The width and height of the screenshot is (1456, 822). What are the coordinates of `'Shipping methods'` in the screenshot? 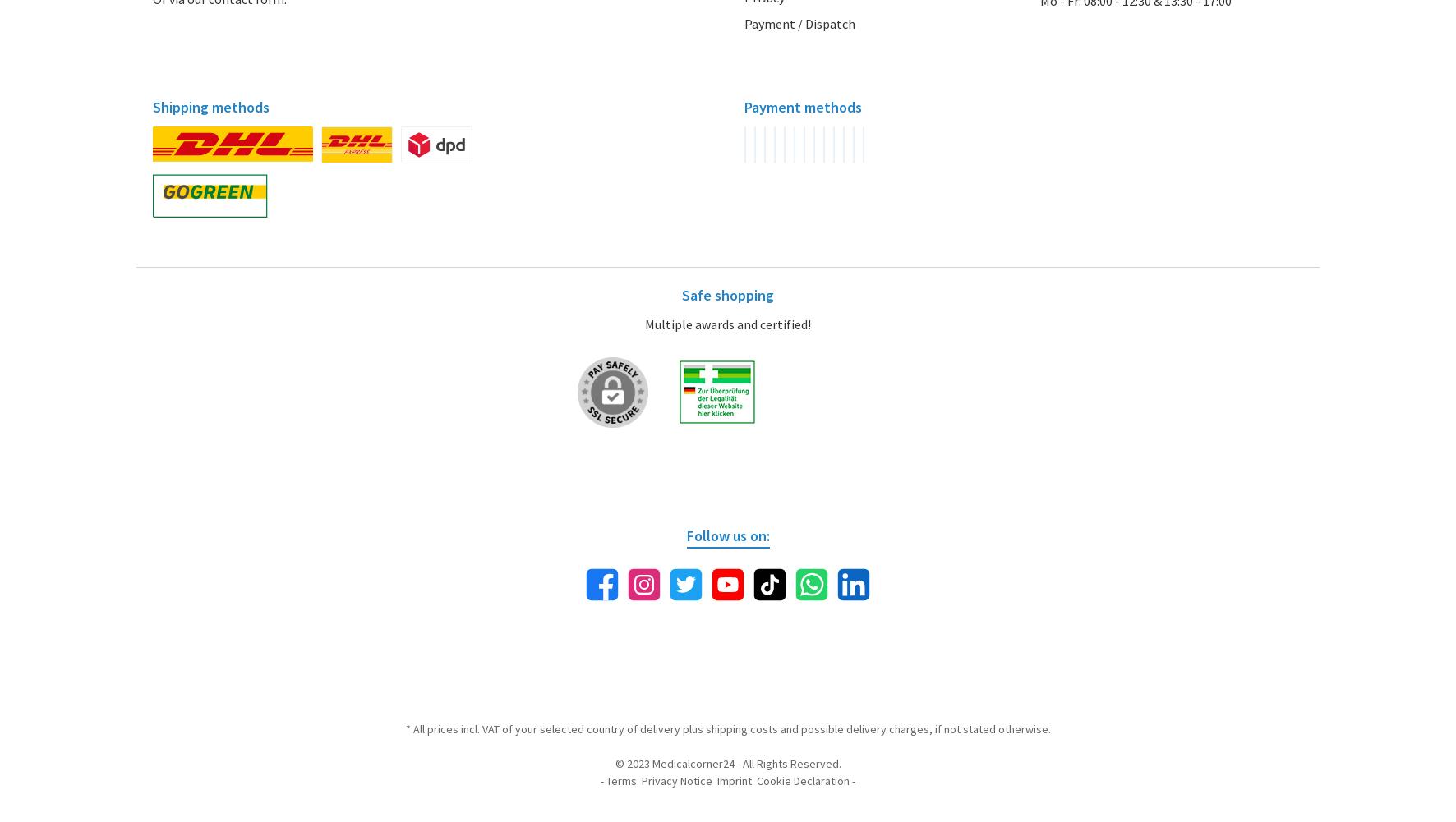 It's located at (210, 105).